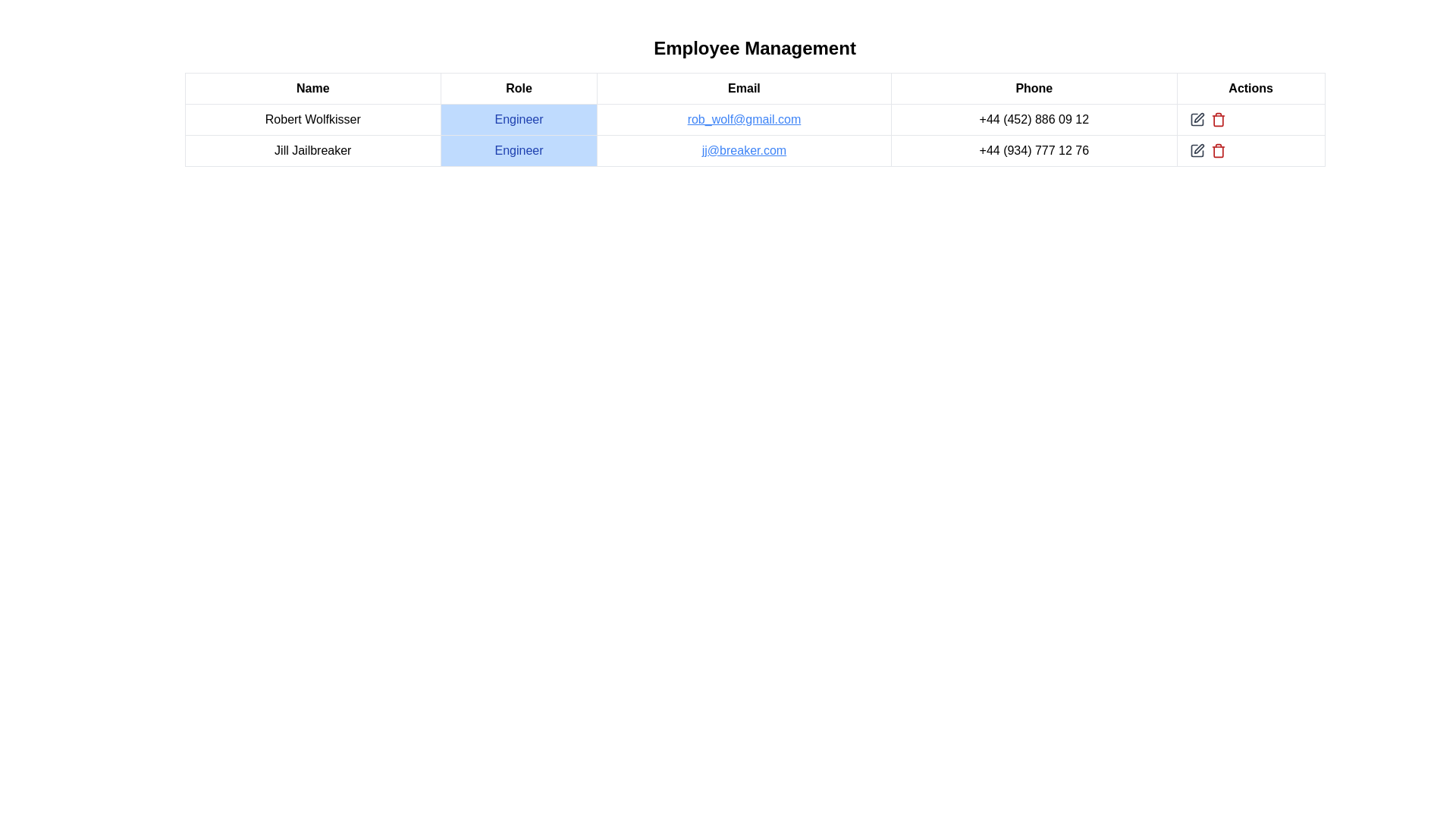  Describe the element at coordinates (519, 151) in the screenshot. I see `the informational label indicating the professional role 'Engineer' for 'Jill Jailbreaker' in the Role column of the table` at that location.